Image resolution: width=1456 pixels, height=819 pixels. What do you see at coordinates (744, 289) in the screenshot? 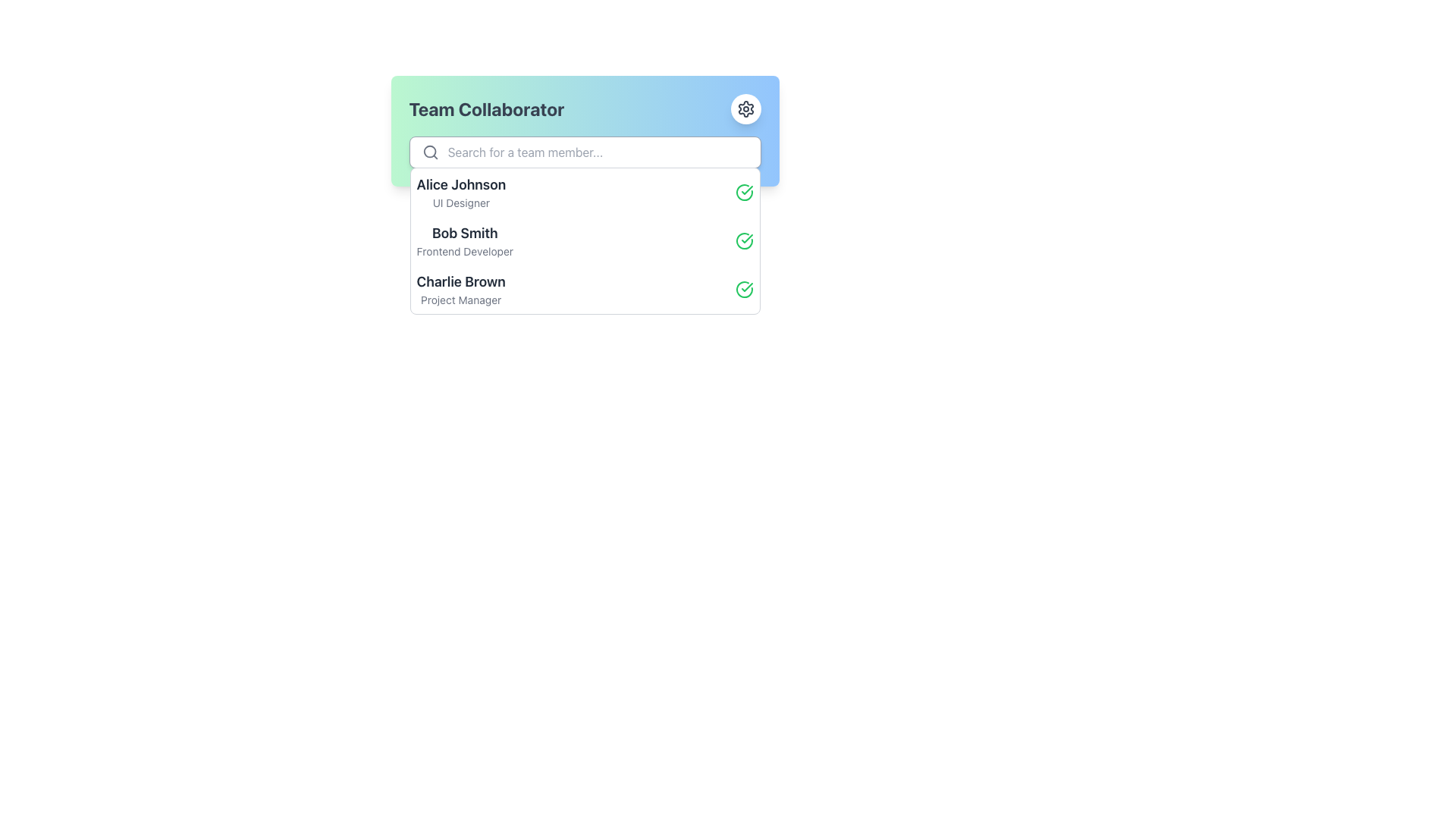
I see `the green circular icon with a checkmark inside, located to the far right of the entry labeled 'Charlie Brown' under 'Project Manager'. This icon is the third in the row of team member icons` at bounding box center [744, 289].